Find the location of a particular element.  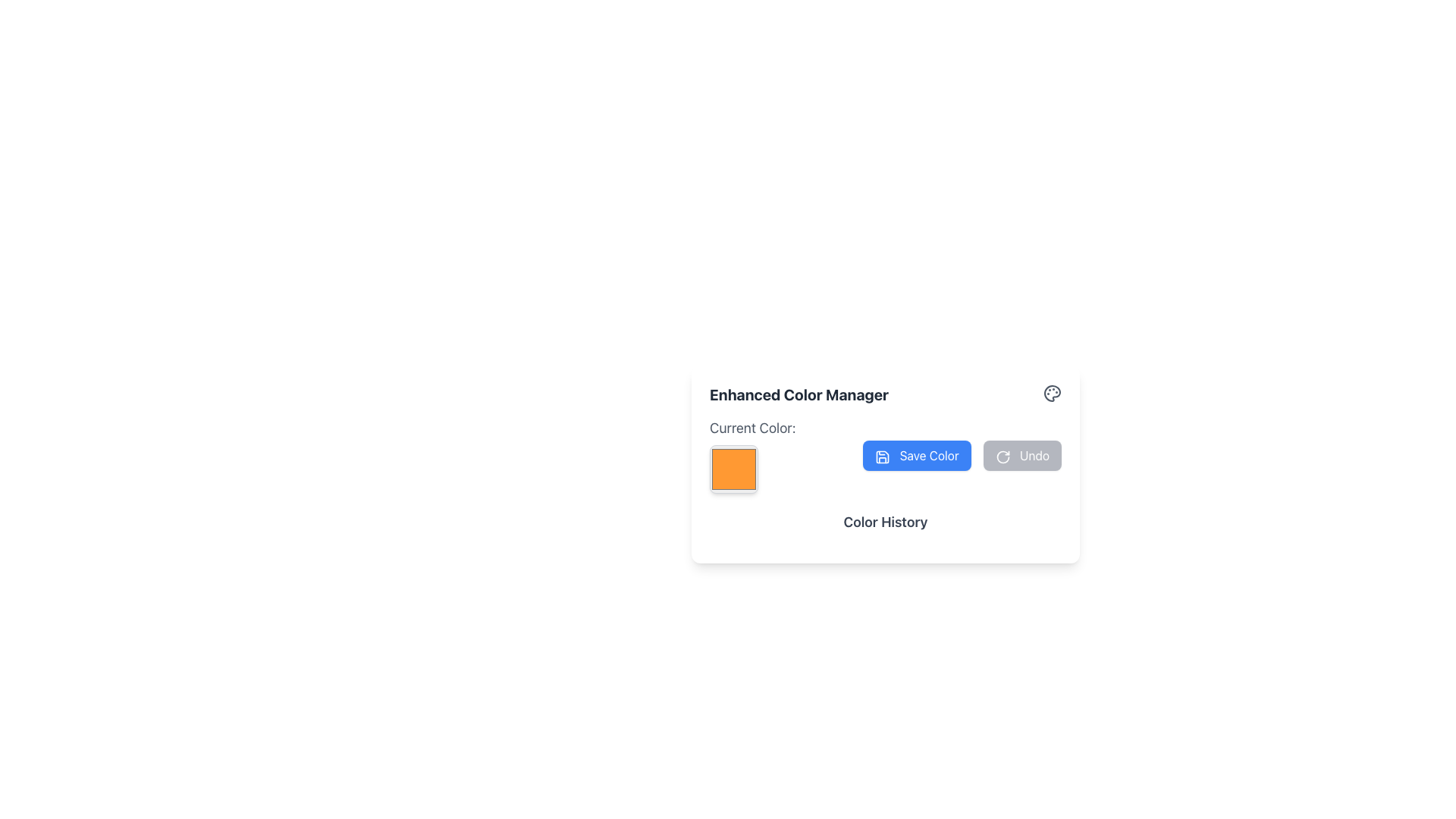

the 'Undo' button located to the right of the 'Save Color' button in the control panel is located at coordinates (1022, 455).